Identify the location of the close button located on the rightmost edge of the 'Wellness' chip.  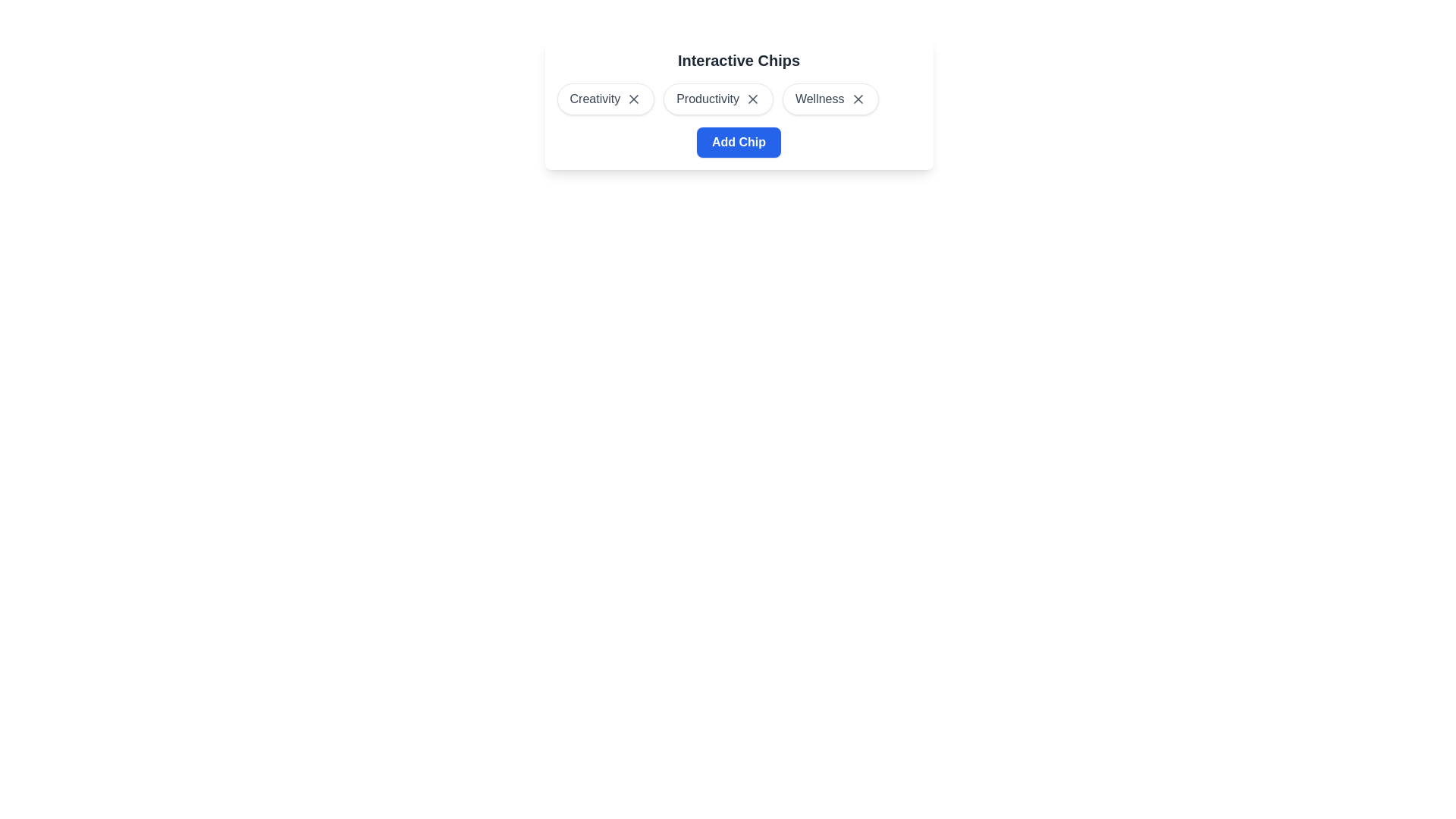
(858, 99).